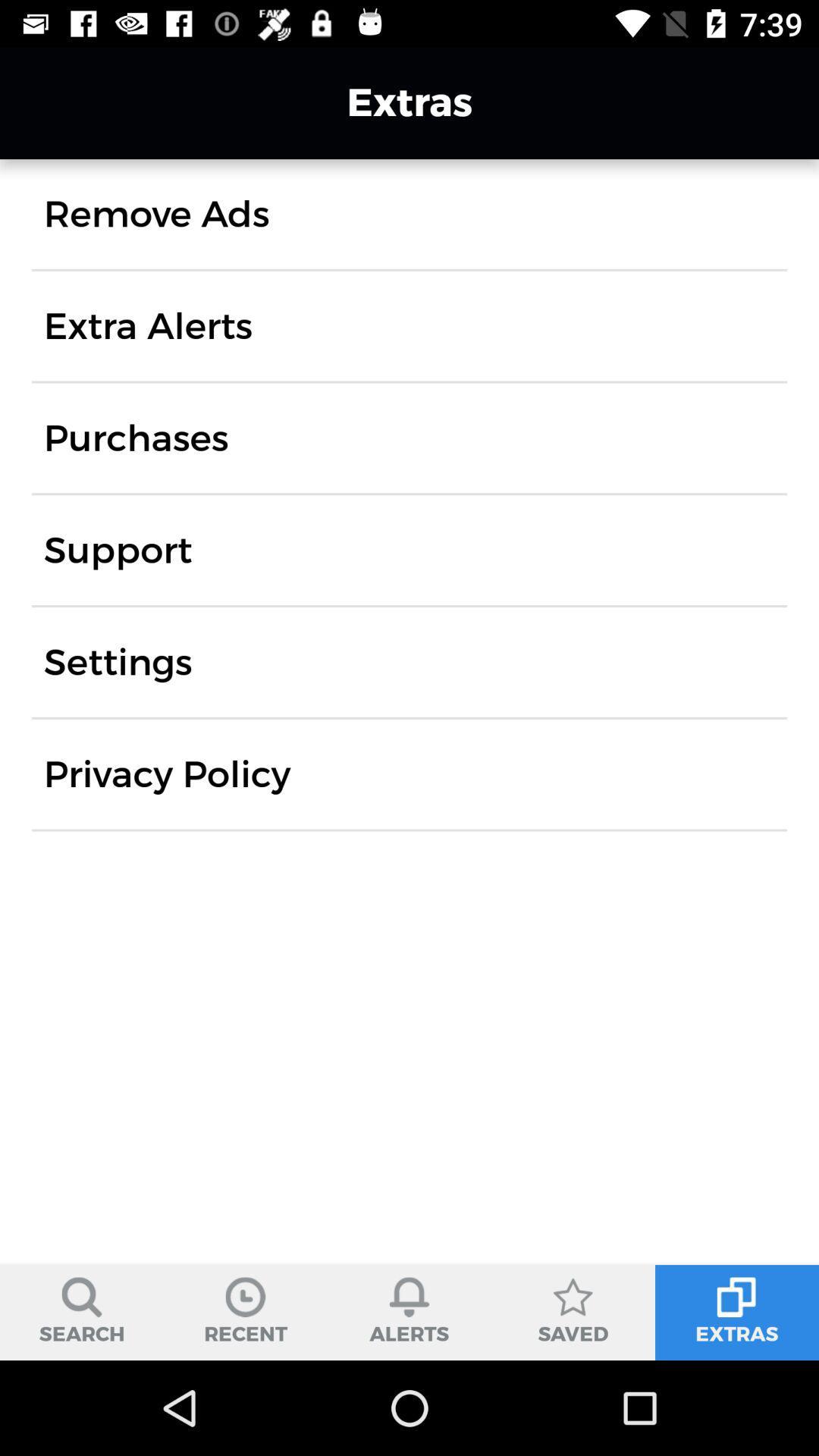 Image resolution: width=819 pixels, height=1456 pixels. I want to click on the support, so click(117, 549).